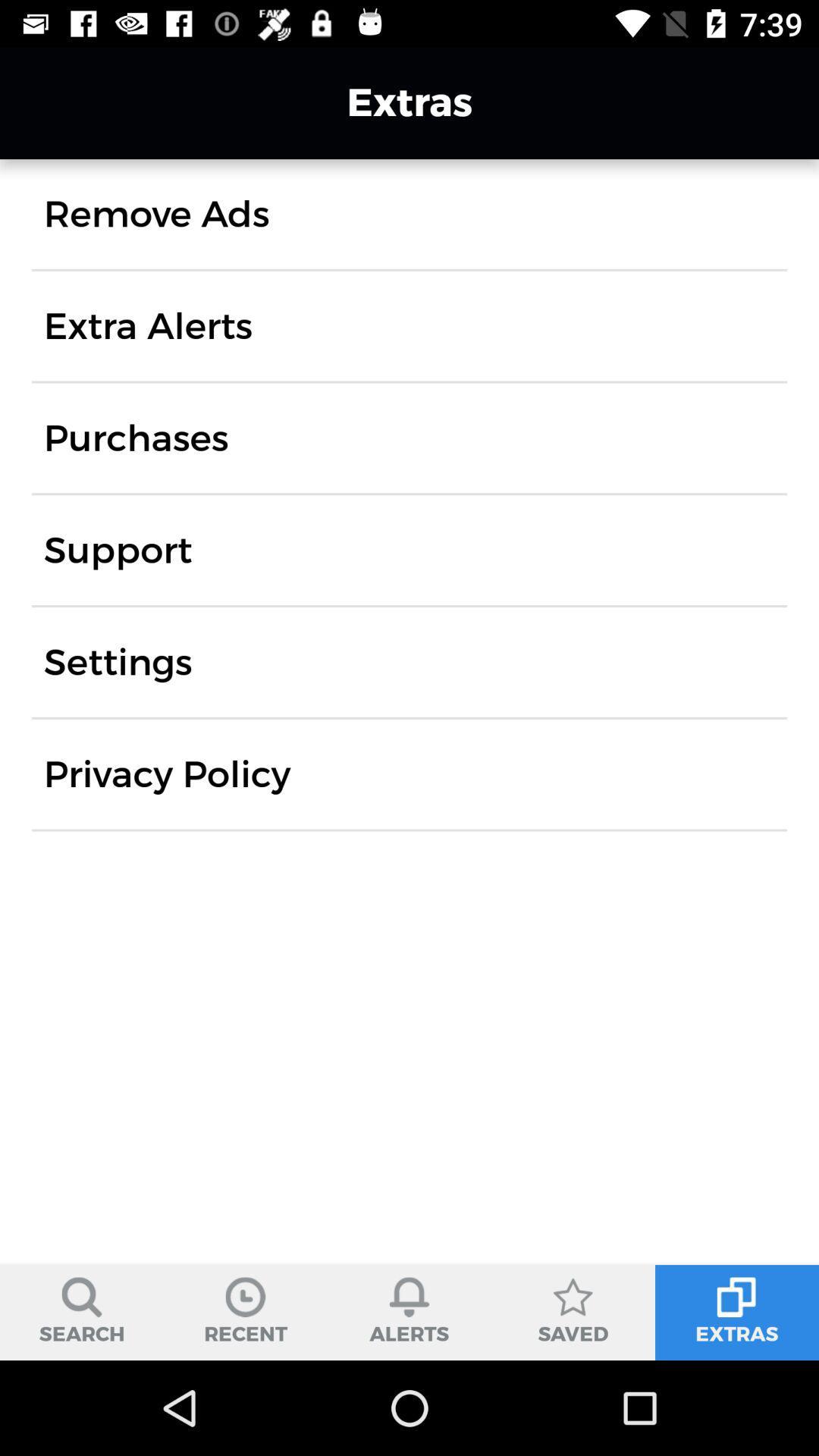 Image resolution: width=819 pixels, height=1456 pixels. I want to click on the support, so click(117, 549).